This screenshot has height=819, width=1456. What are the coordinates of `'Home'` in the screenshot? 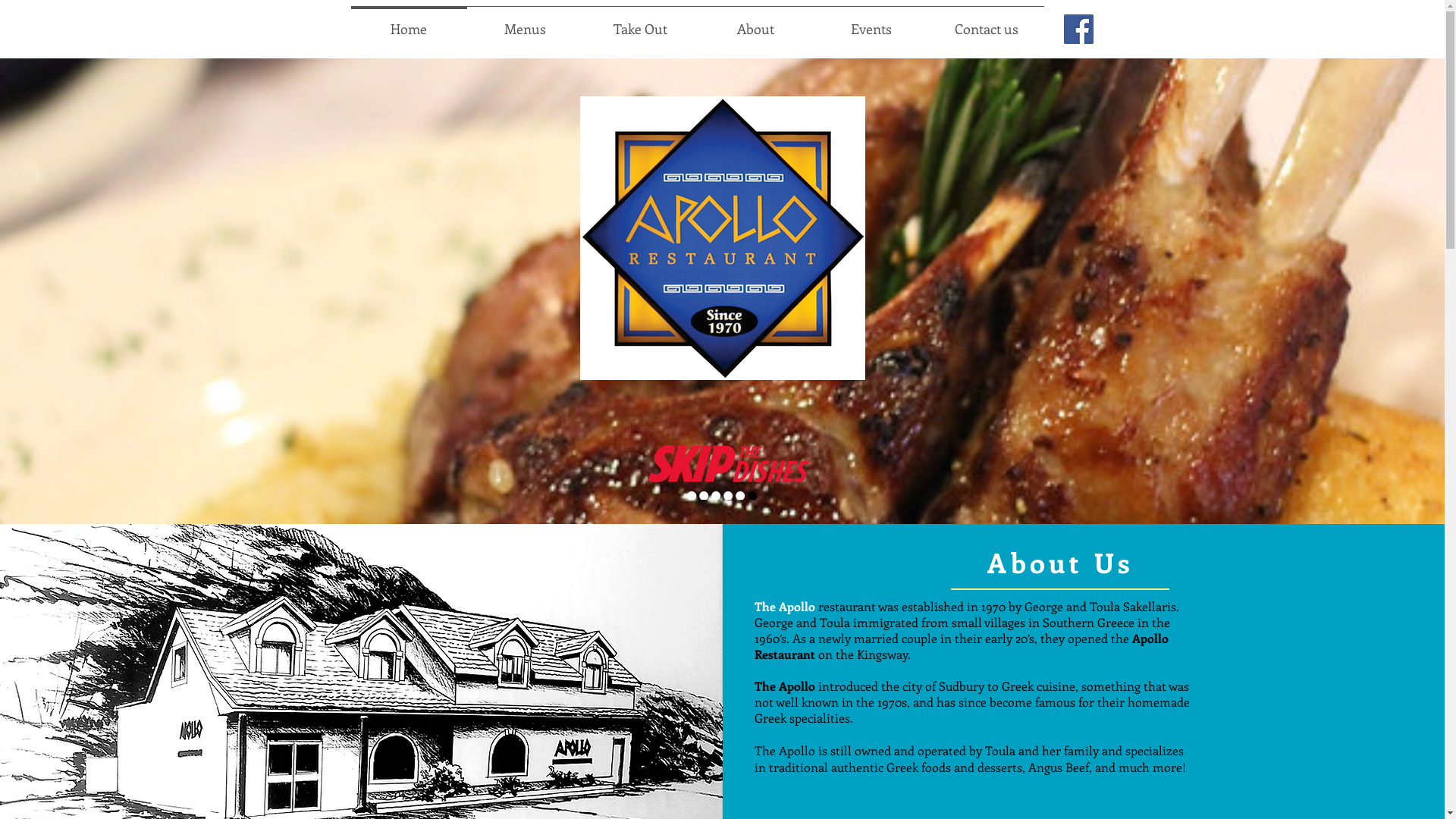 It's located at (408, 22).